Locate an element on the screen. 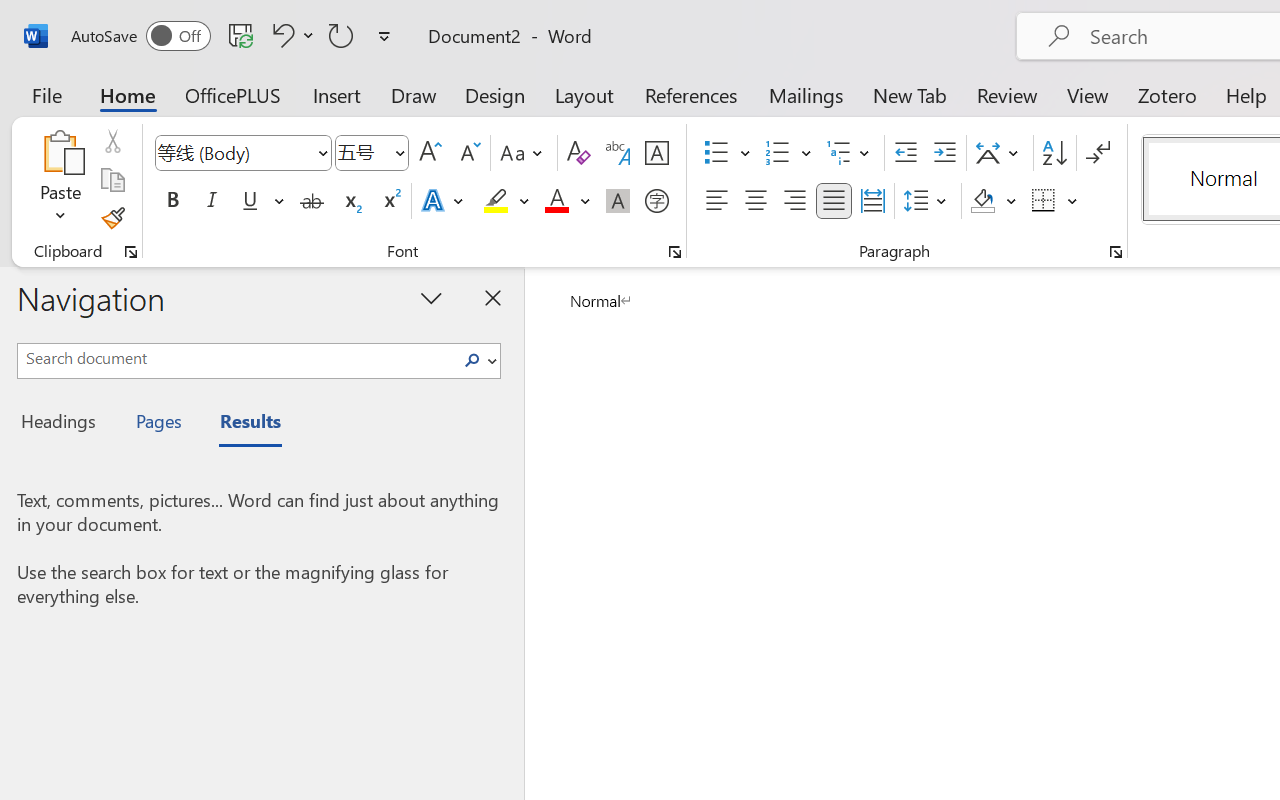 Image resolution: width=1280 pixels, height=800 pixels. 'Decrease Indent' is located at coordinates (905, 153).